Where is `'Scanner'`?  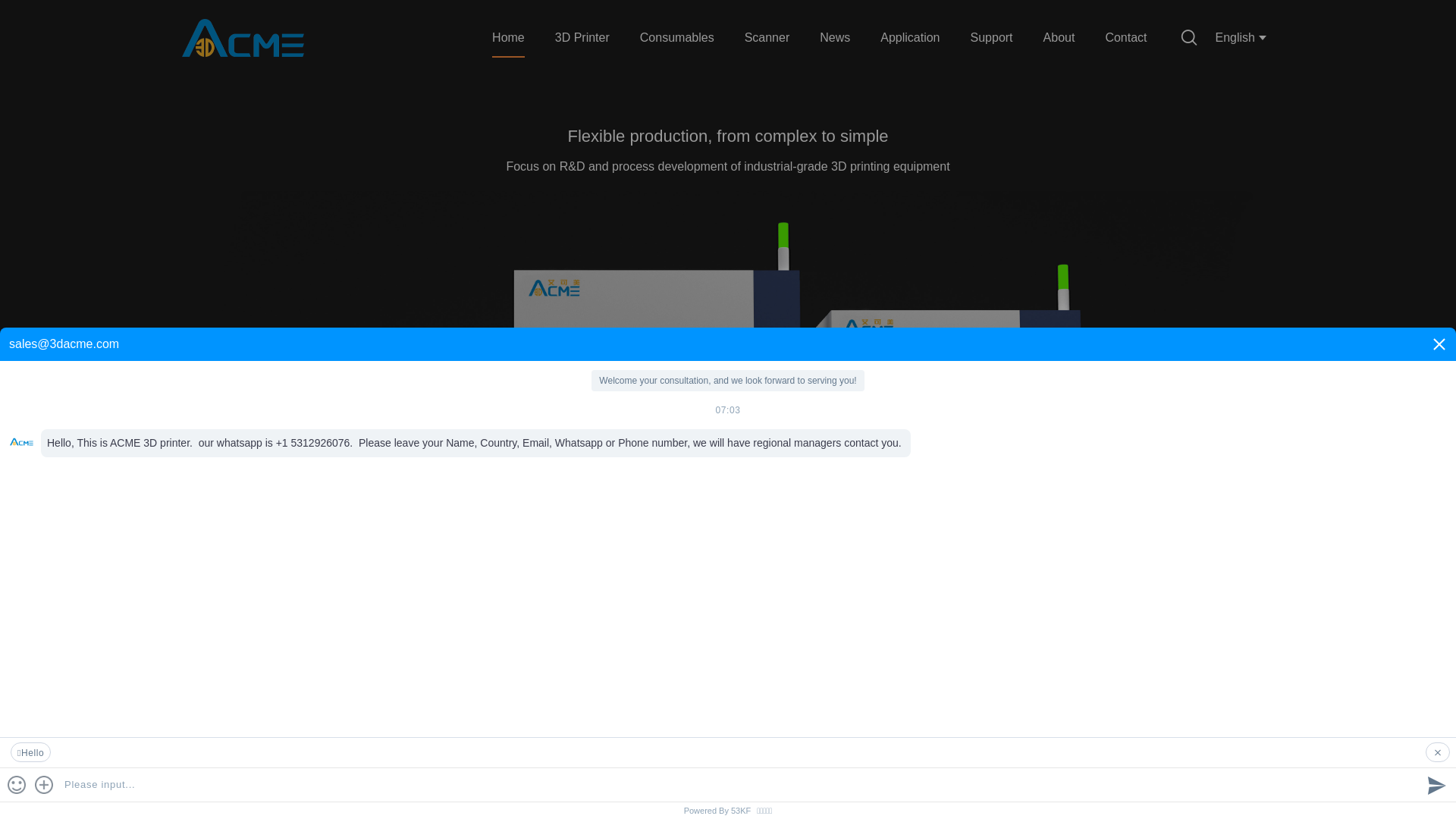 'Scanner' is located at coordinates (729, 37).